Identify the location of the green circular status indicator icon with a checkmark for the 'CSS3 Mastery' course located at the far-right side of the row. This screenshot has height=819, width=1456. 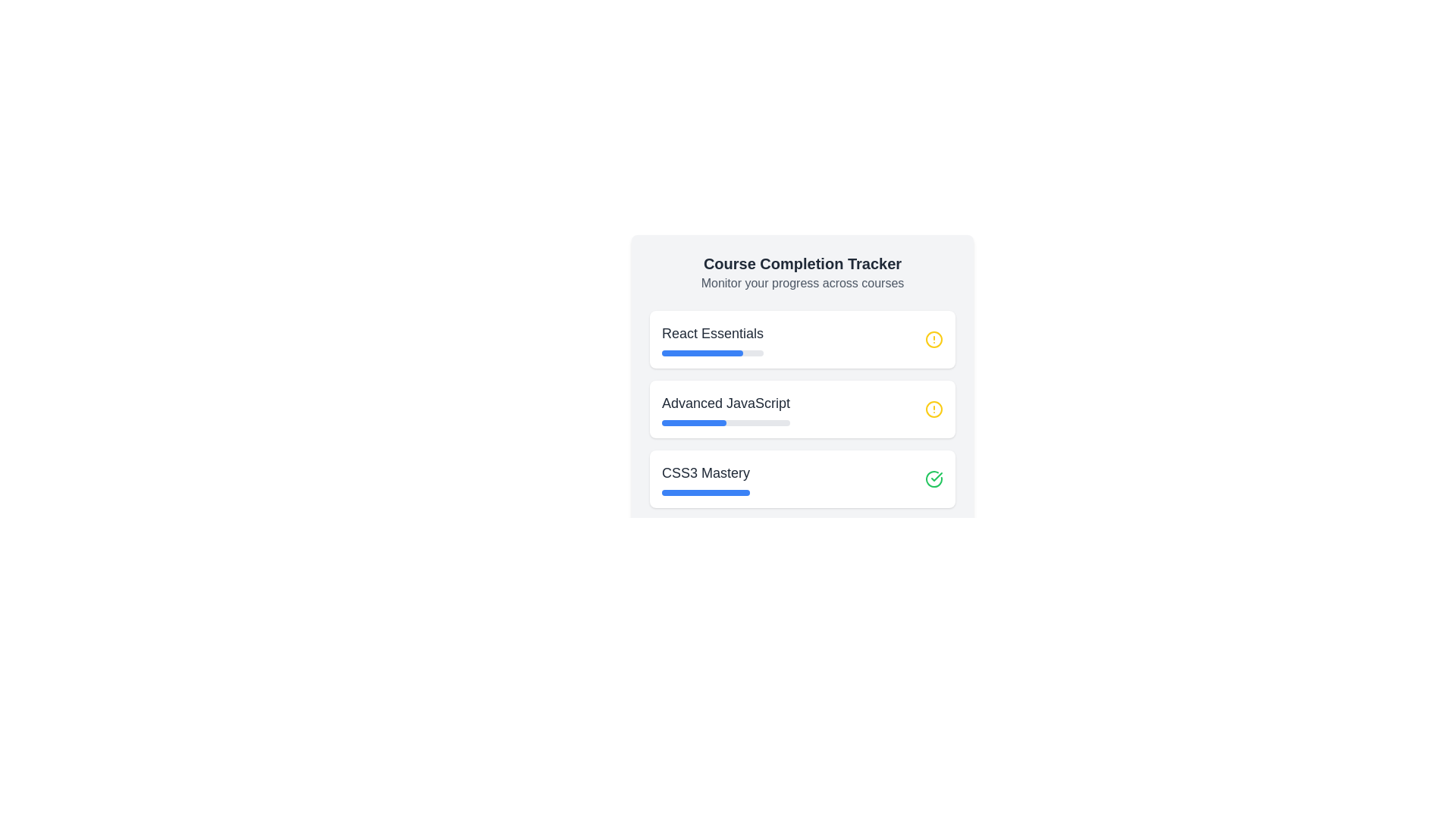
(934, 479).